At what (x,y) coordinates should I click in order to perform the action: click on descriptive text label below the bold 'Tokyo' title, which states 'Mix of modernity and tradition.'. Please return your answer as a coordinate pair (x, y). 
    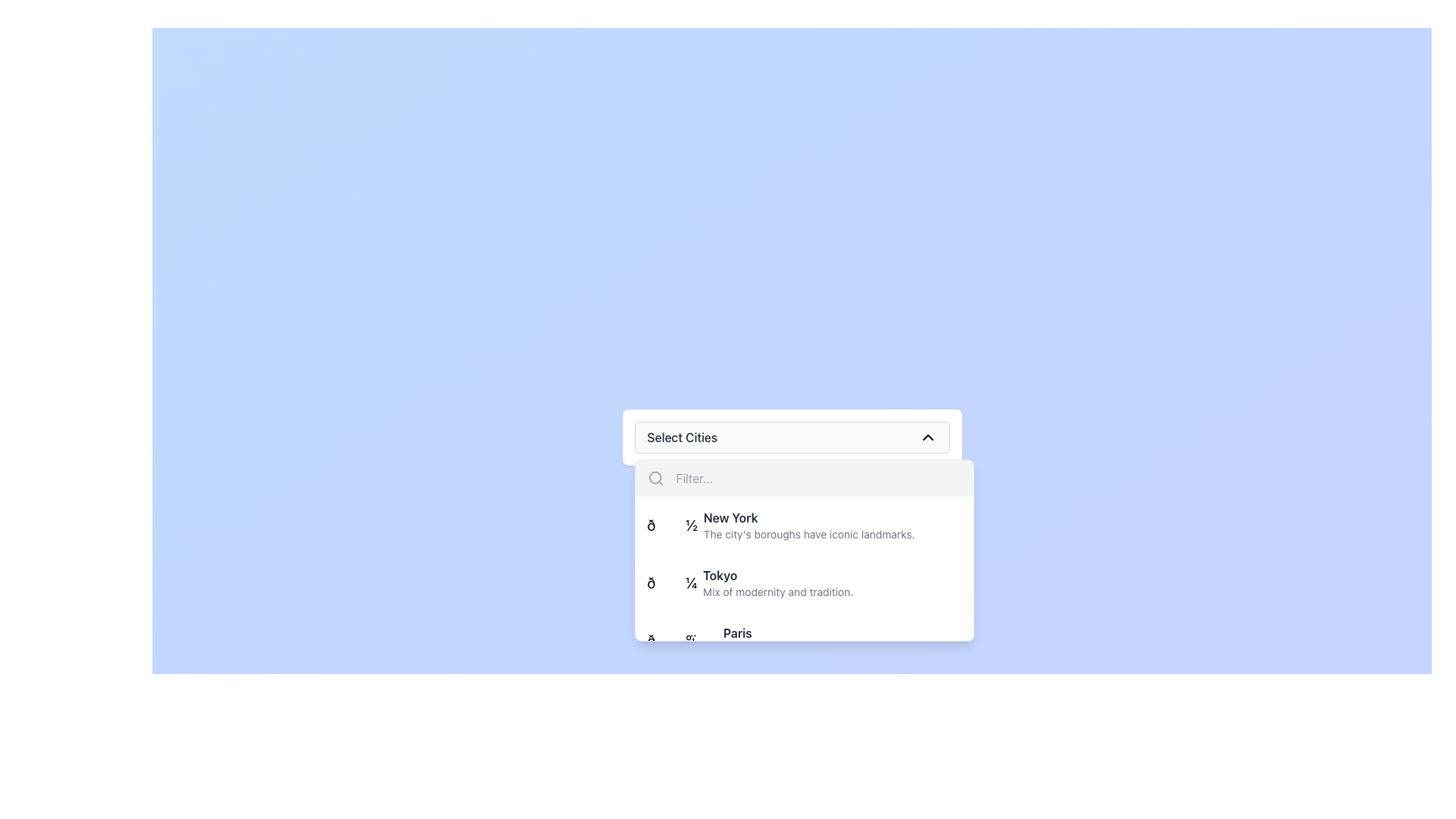
    Looking at the image, I should click on (778, 591).